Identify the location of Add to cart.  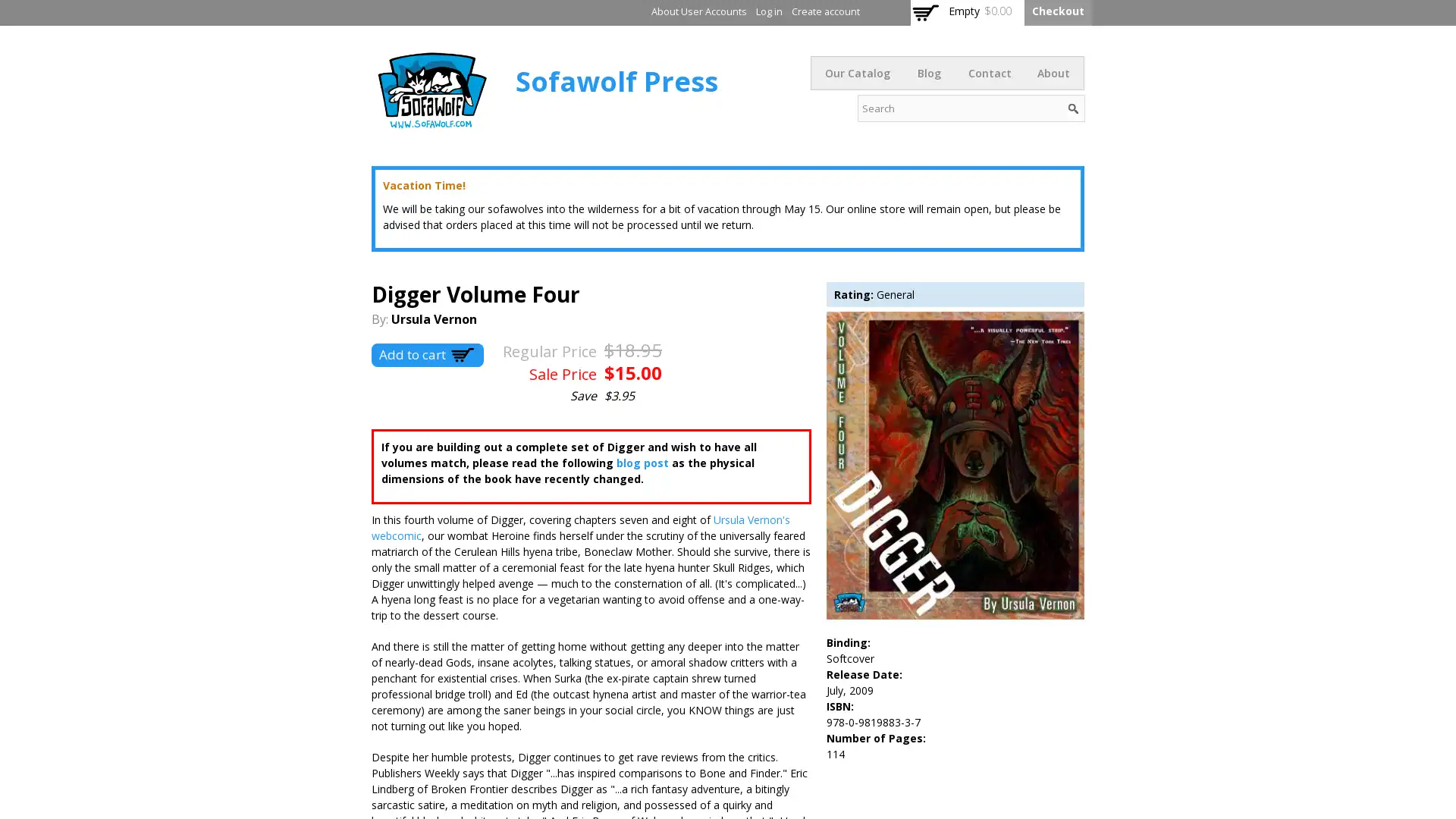
(426, 354).